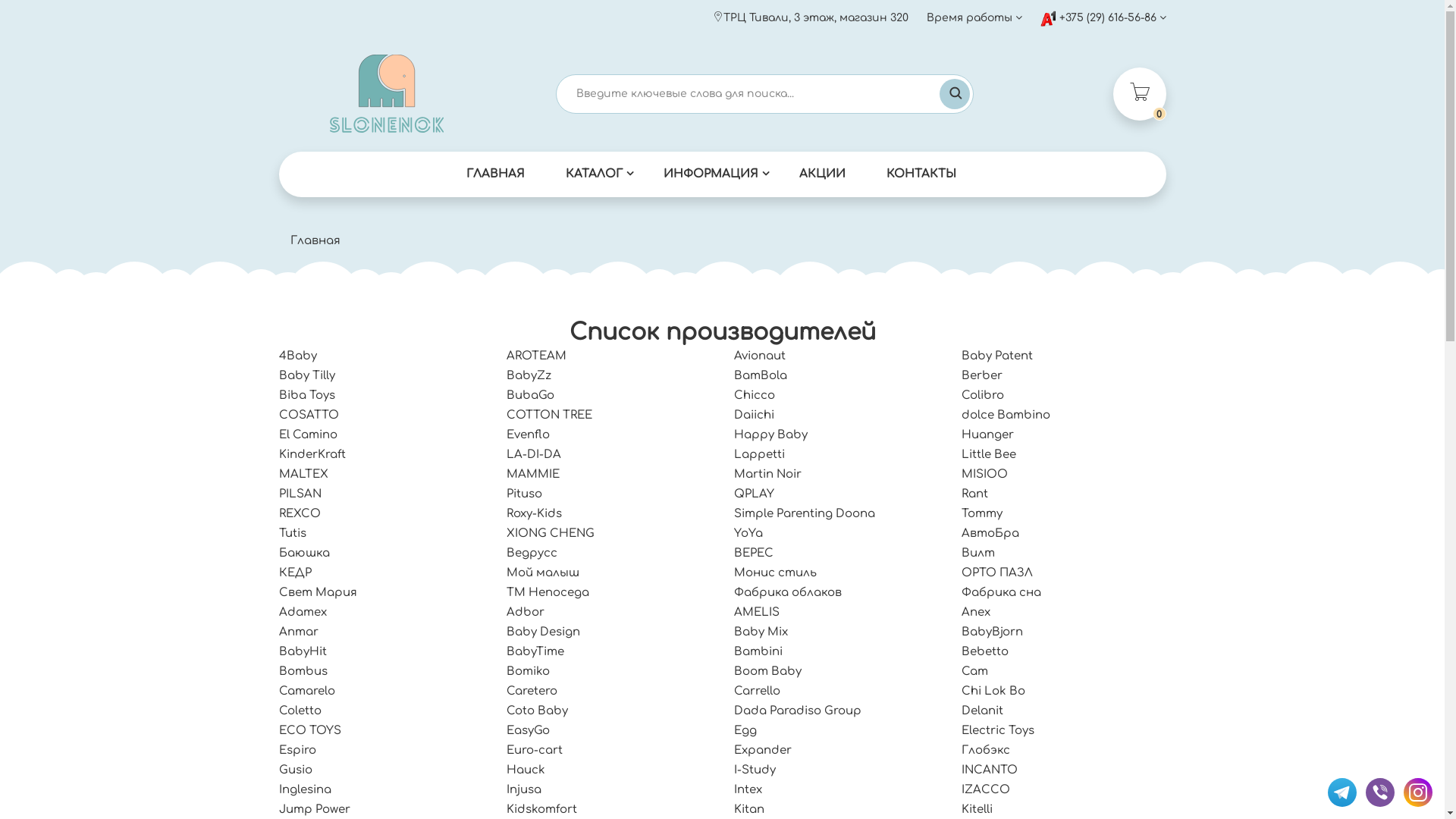  Describe the element at coordinates (307, 435) in the screenshot. I see `'El Camino'` at that location.